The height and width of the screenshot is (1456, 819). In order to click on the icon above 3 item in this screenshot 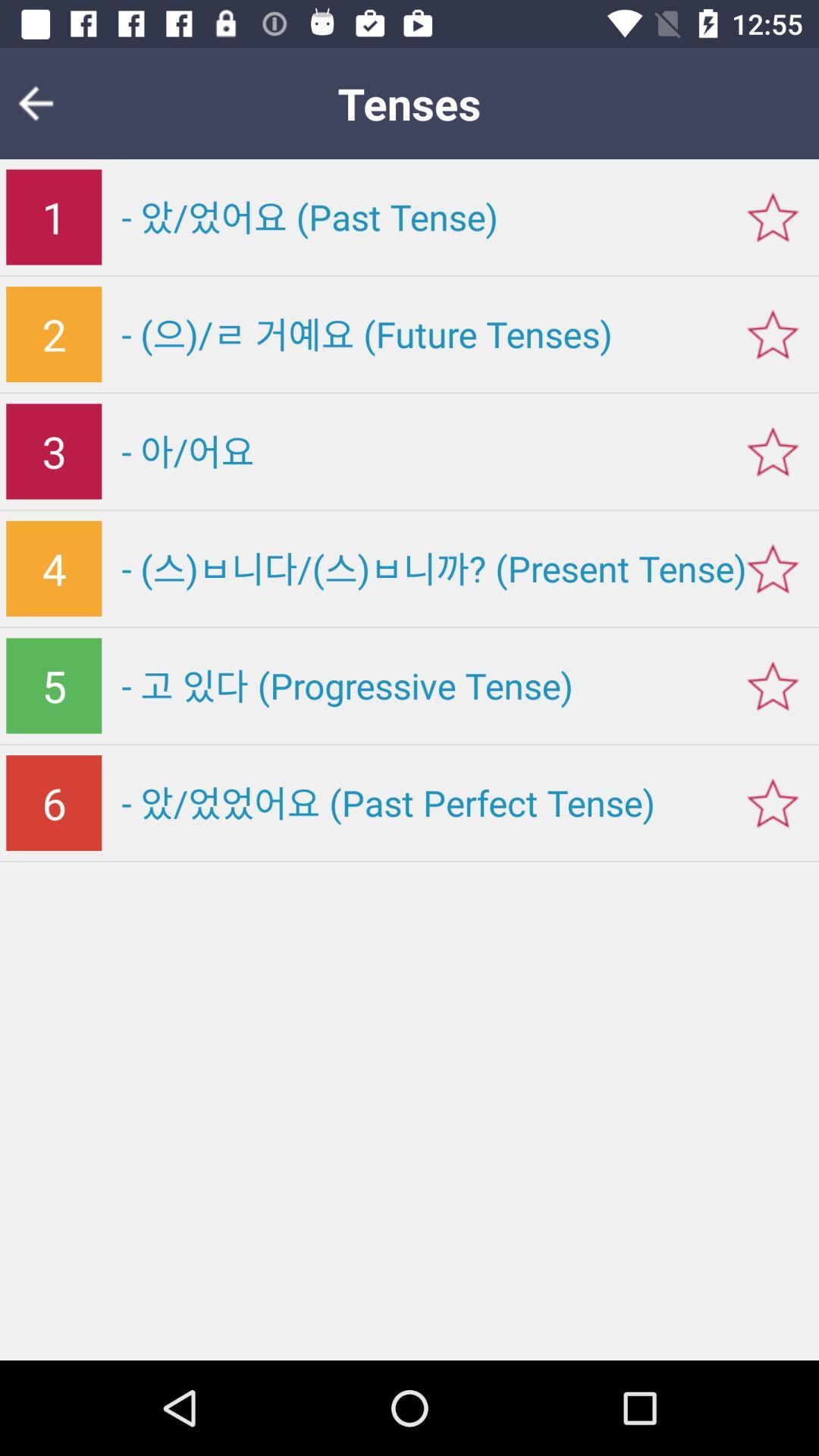, I will do `click(53, 334)`.